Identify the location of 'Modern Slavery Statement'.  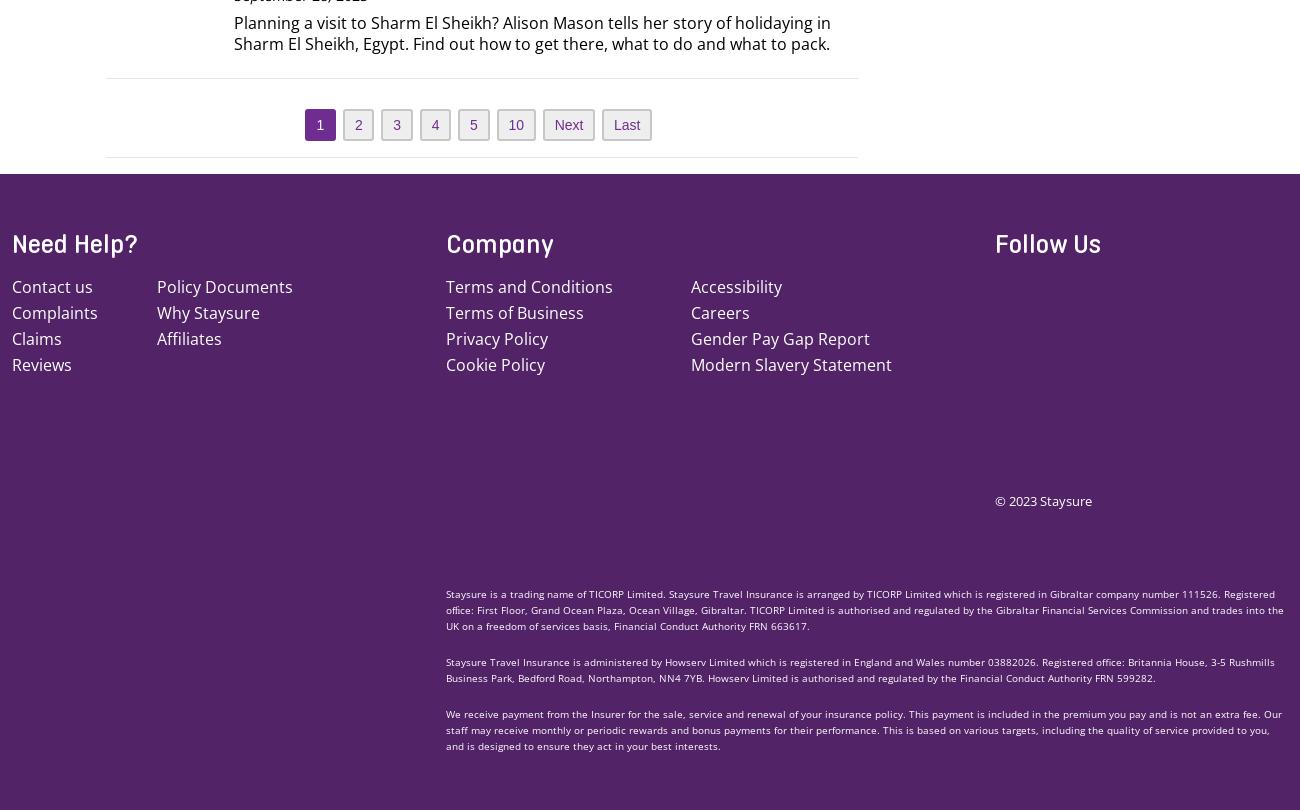
(689, 363).